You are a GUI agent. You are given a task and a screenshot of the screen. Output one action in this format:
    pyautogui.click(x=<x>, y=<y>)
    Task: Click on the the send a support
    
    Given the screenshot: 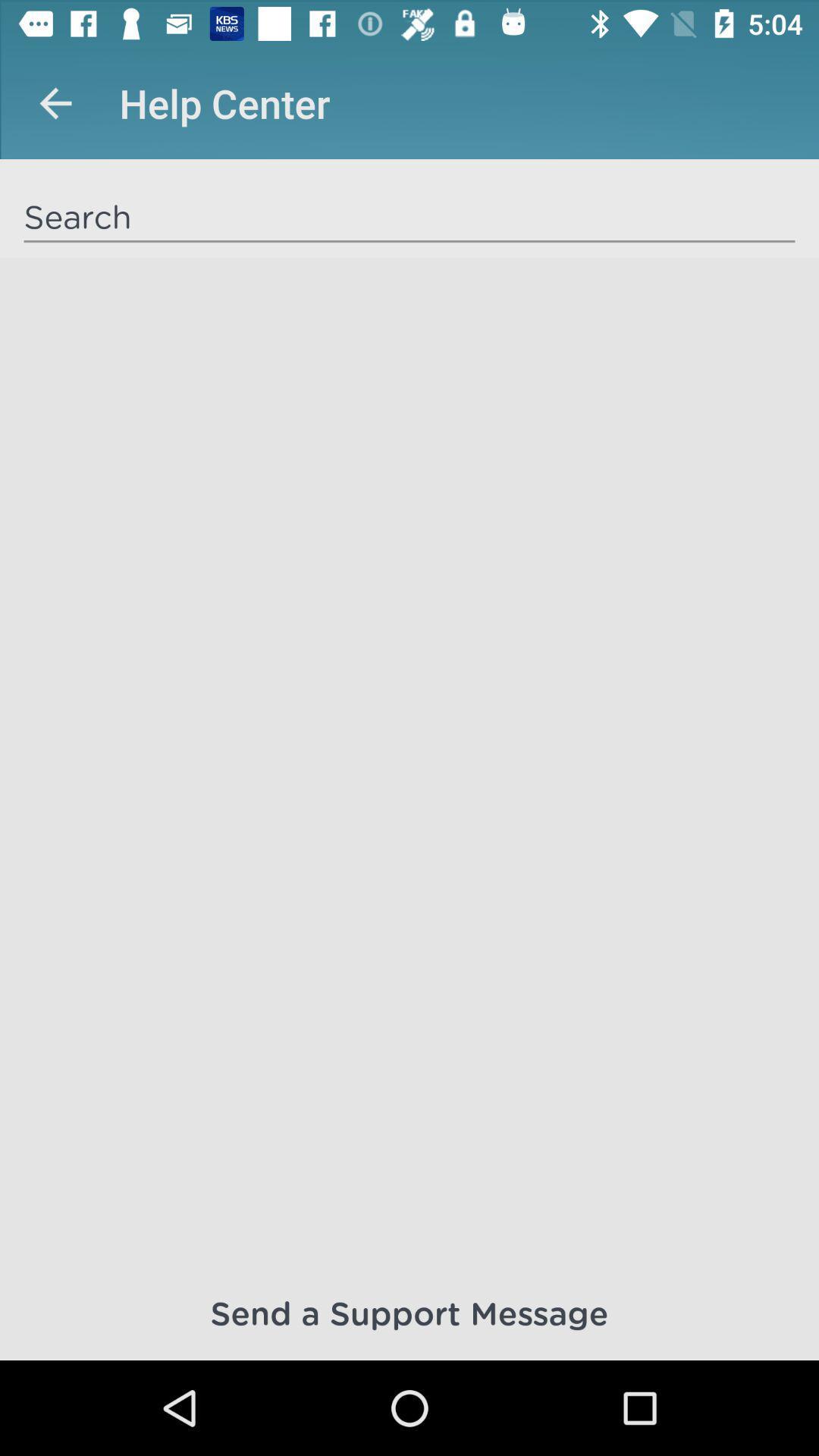 What is the action you would take?
    pyautogui.click(x=409, y=1312)
    